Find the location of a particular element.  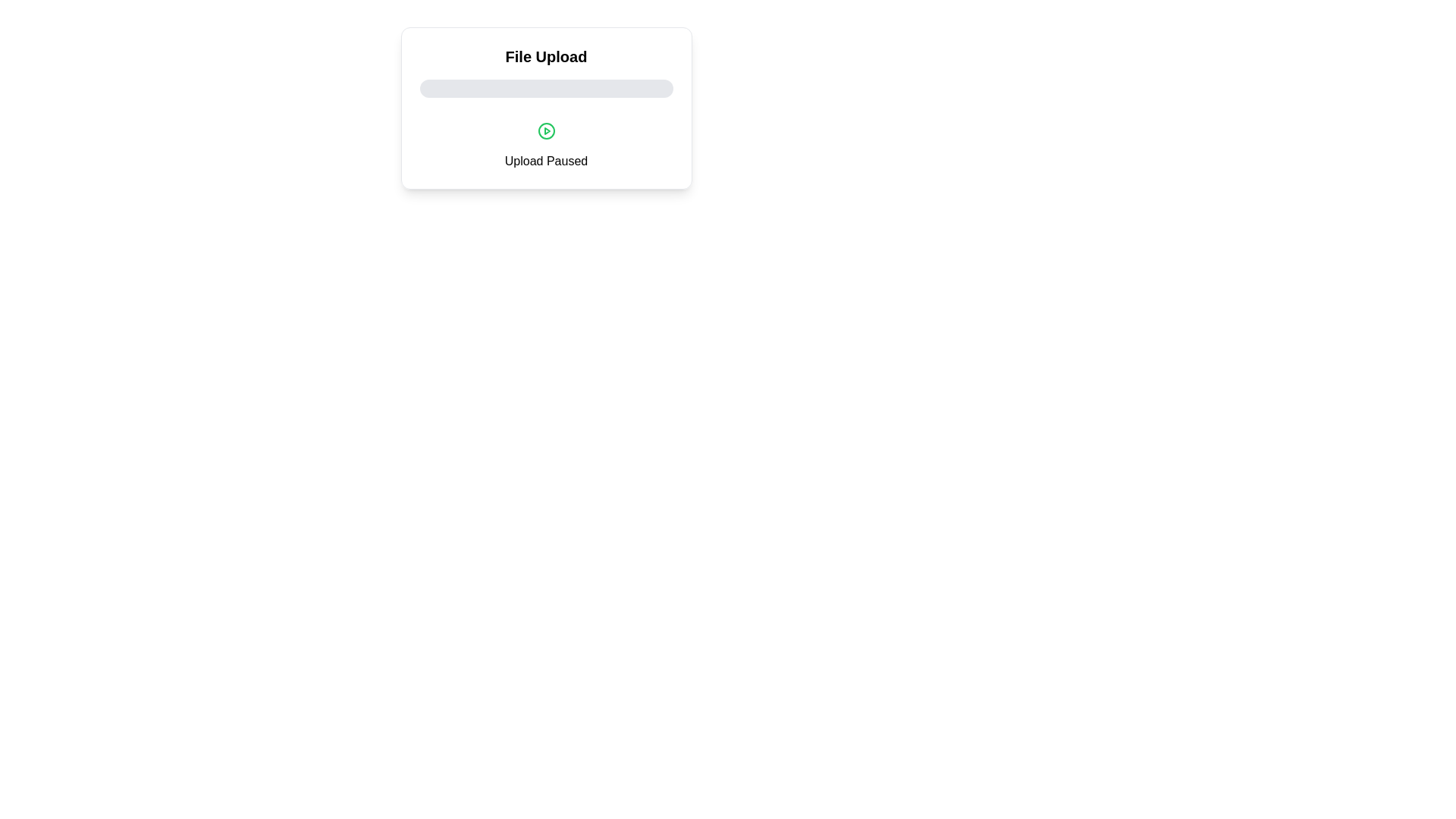

the progress bar located below the title 'File Upload' and above the circular play button, which visually indicates the completion status of a file upload is located at coordinates (546, 88).